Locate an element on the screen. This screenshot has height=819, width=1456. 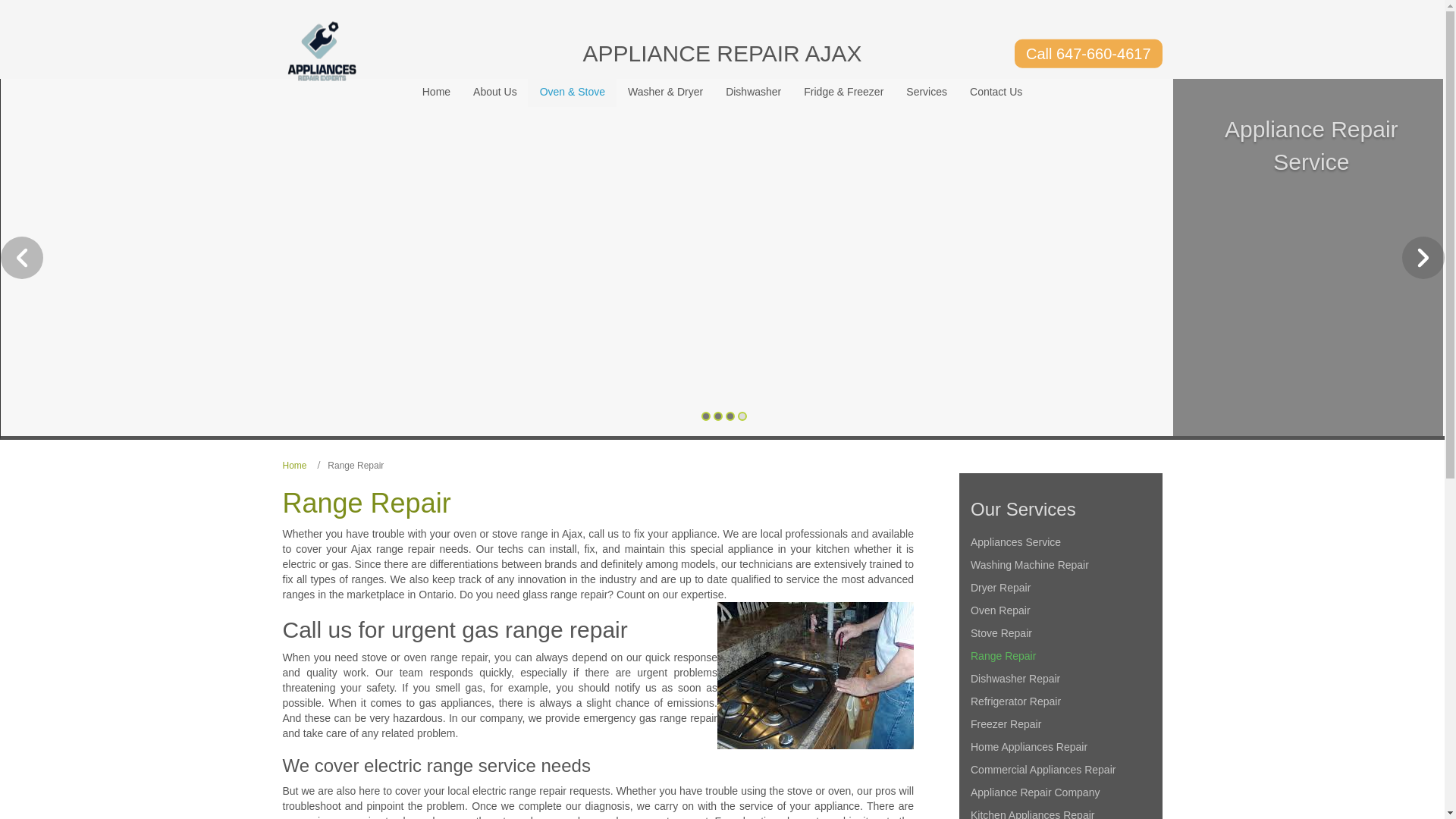
'Dishwasher Repair' is located at coordinates (1059, 677).